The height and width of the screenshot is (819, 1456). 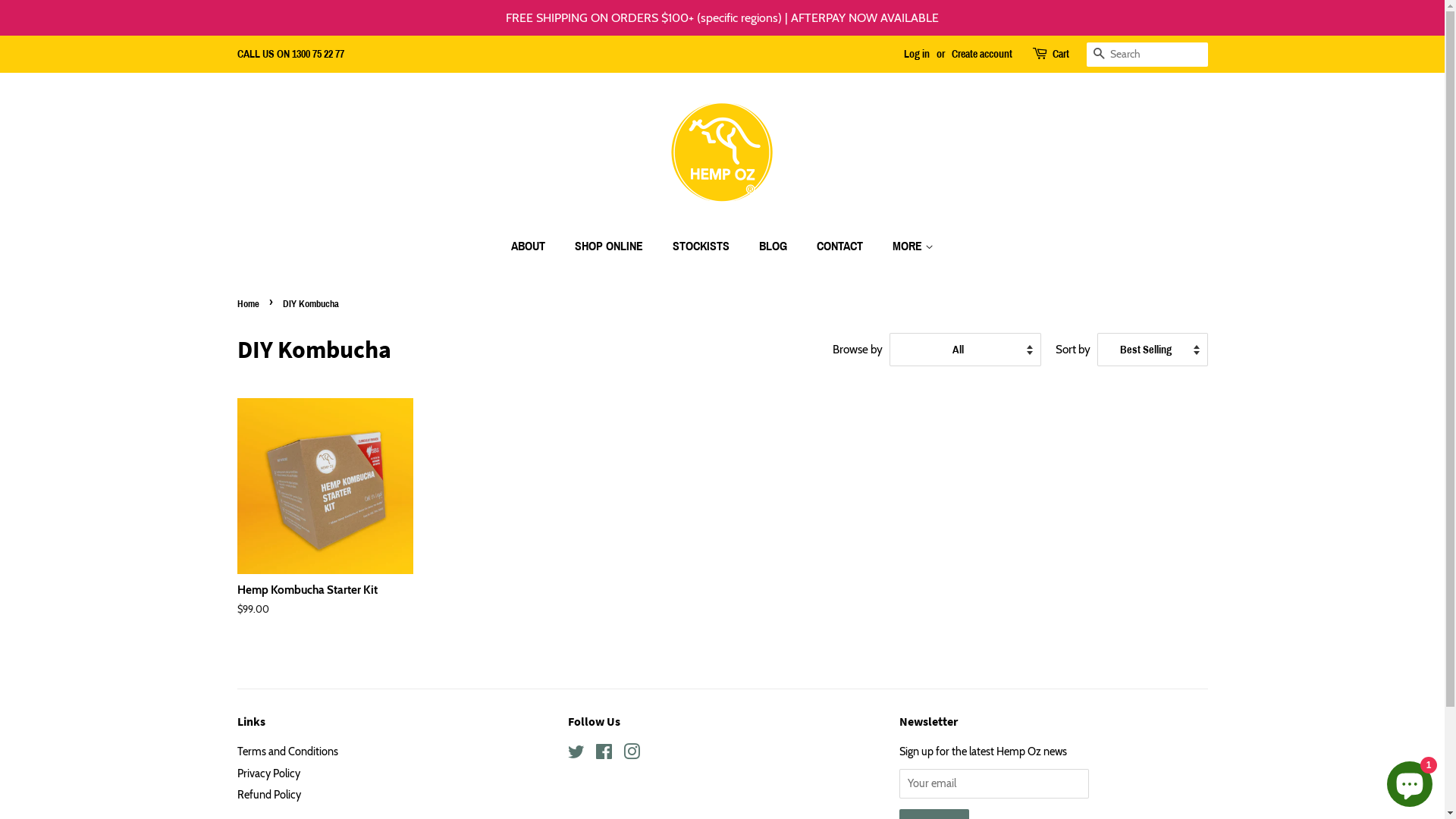 What do you see at coordinates (268, 773) in the screenshot?
I see `'Privacy Policy'` at bounding box center [268, 773].